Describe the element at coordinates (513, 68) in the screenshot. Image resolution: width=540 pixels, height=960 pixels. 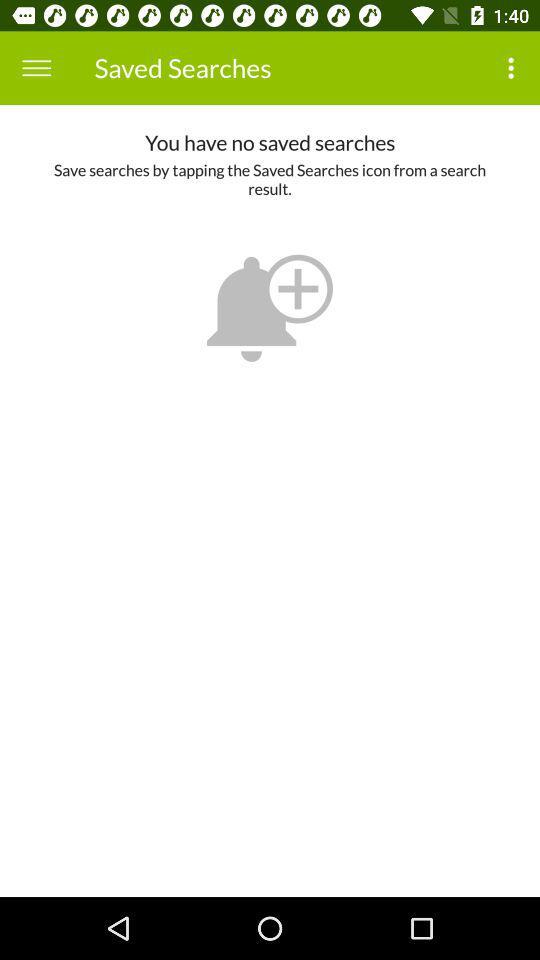
I see `item at the top right corner` at that location.